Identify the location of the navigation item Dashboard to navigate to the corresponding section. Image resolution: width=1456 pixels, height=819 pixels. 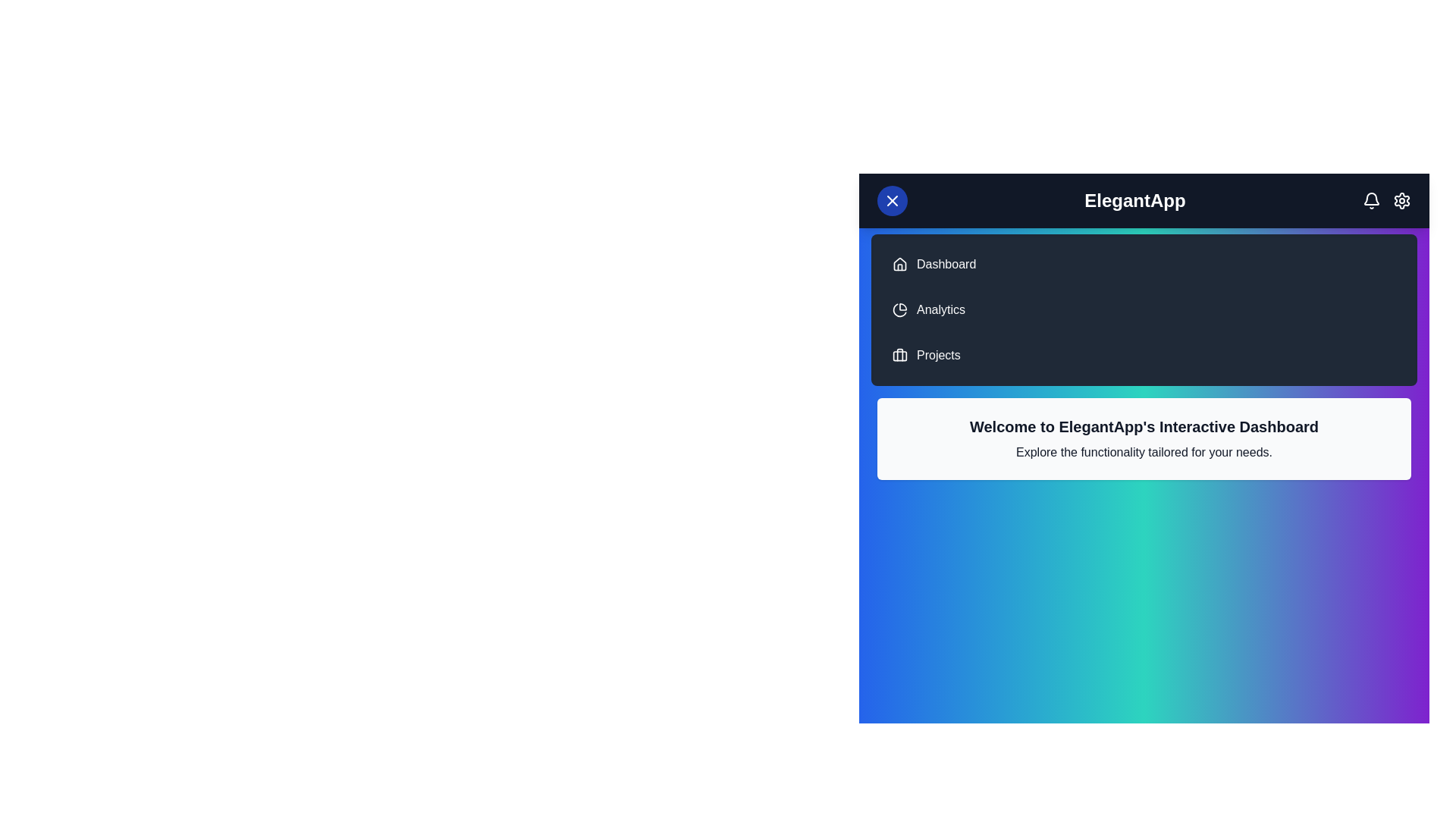
(946, 263).